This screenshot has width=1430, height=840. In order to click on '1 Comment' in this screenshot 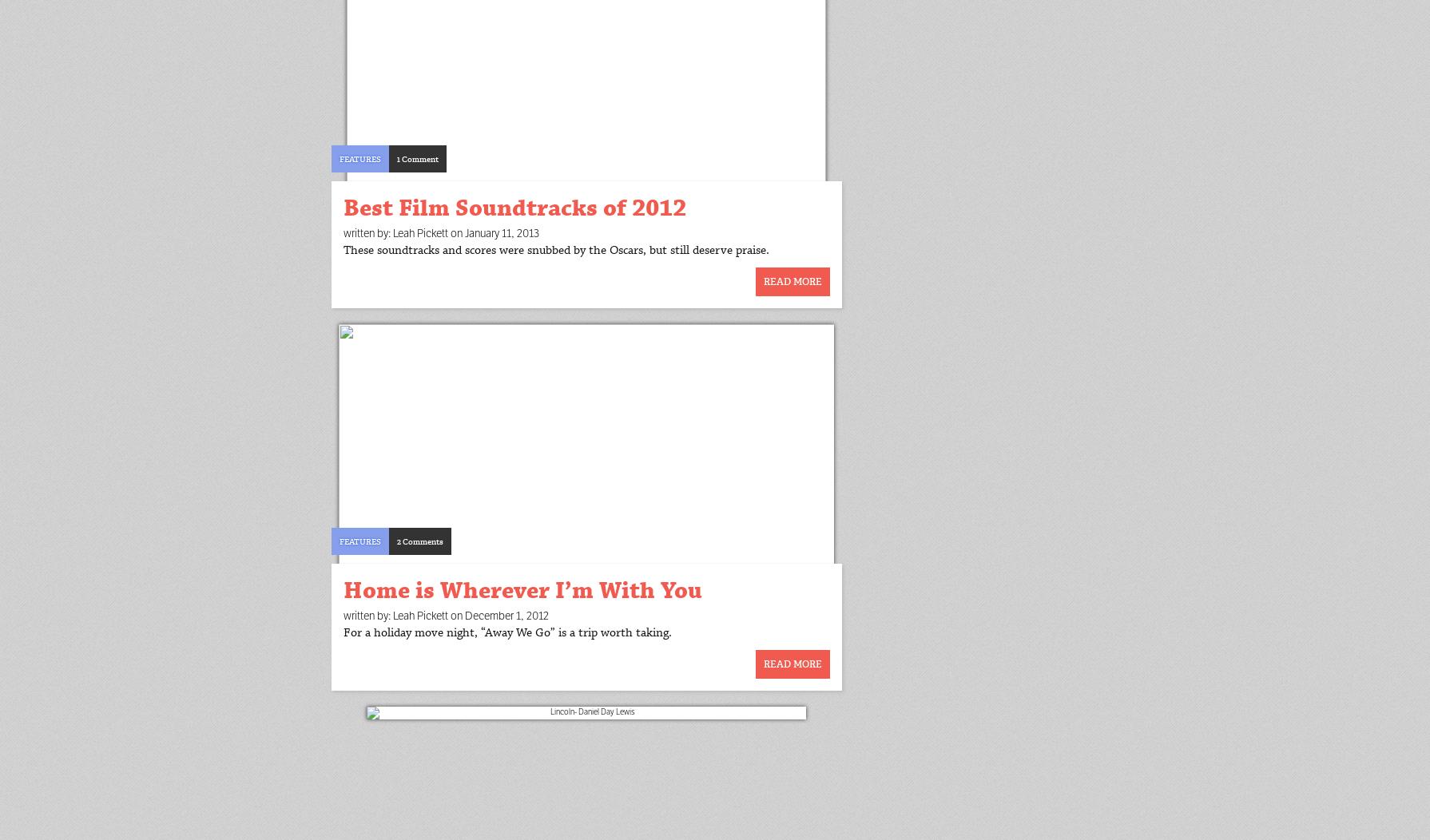, I will do `click(417, 157)`.